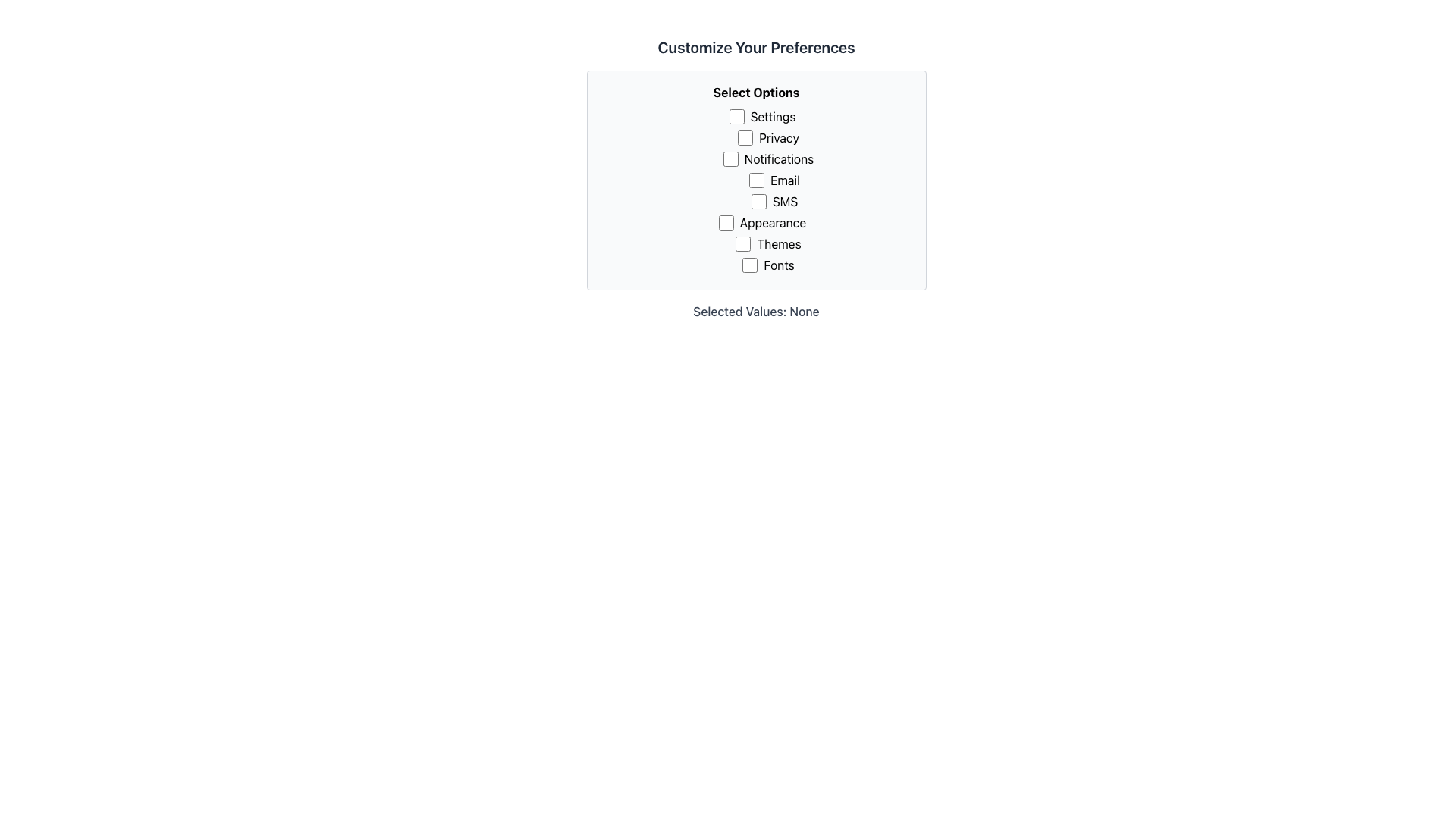 This screenshot has height=819, width=1456. What do you see at coordinates (743, 243) in the screenshot?
I see `the checkbox associated with the 'Themes' label in the 'Customize Your Preferences' section under 'Appearance'` at bounding box center [743, 243].